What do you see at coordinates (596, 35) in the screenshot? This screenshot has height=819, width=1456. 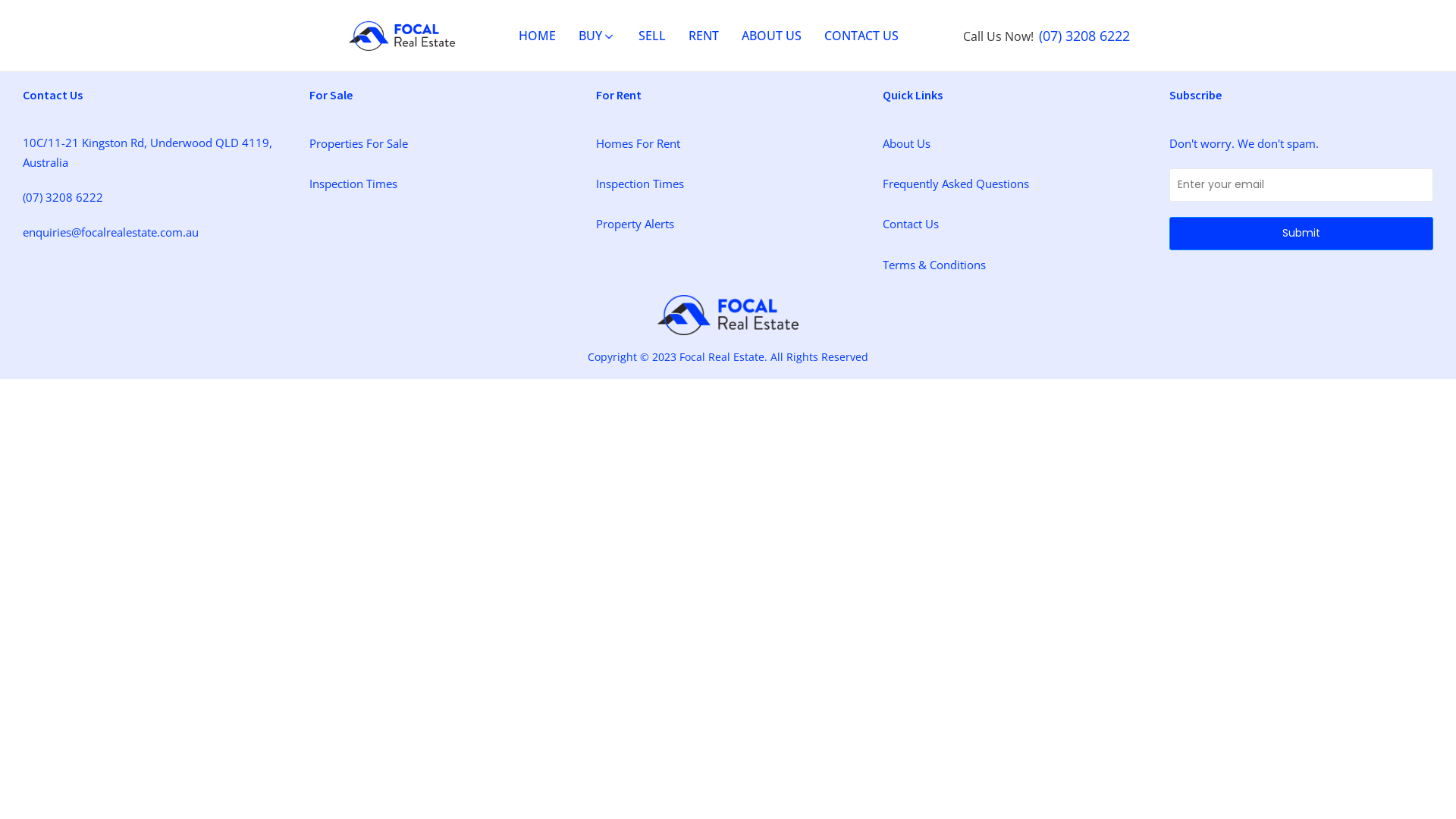 I see `'BUY'` at bounding box center [596, 35].